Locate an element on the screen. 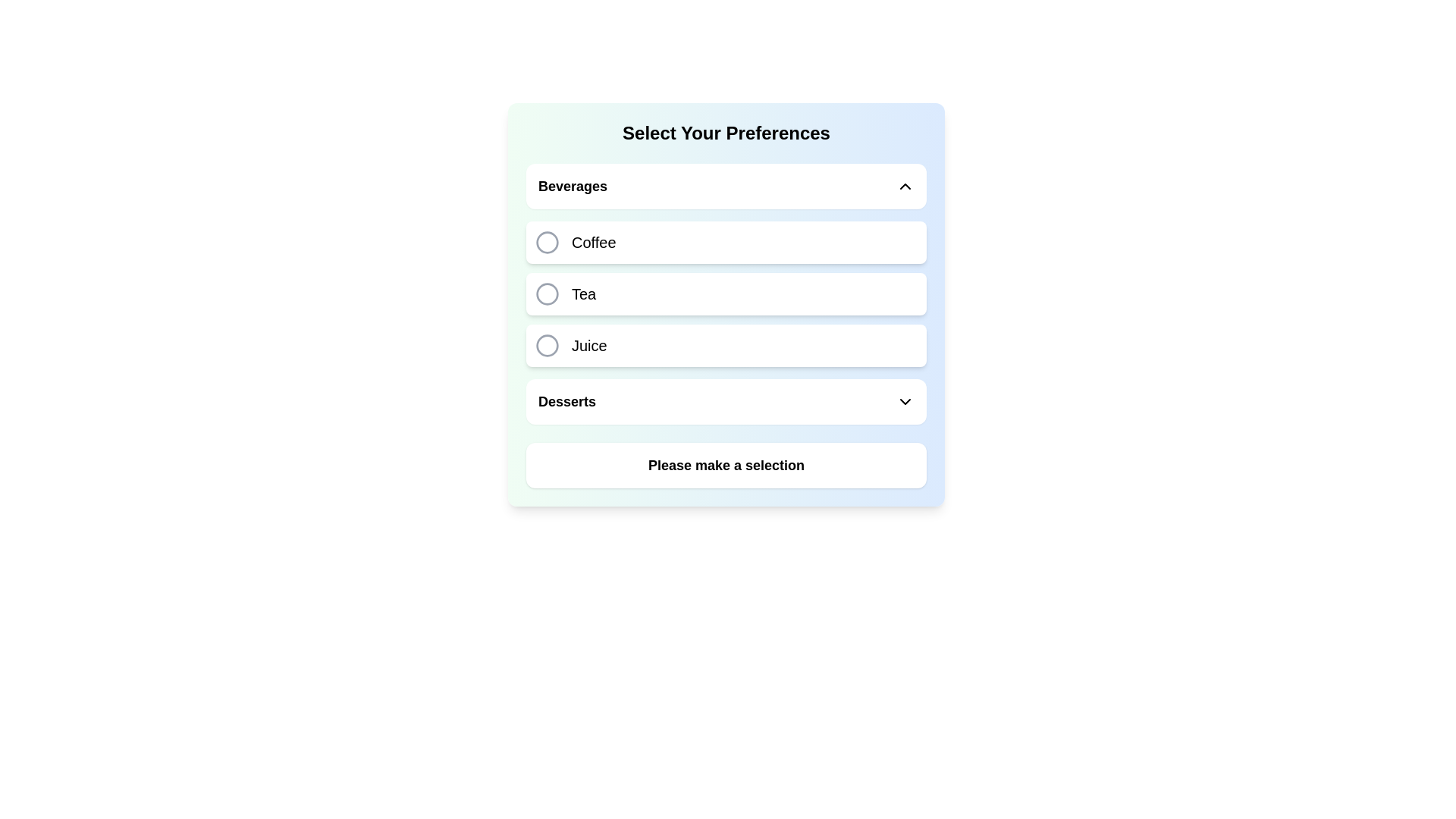 The image size is (1456, 819). the label for the beverage category 'Coffee', which is positioned in the second row of the 'Beverages' section, next to a radio button is located at coordinates (593, 242).